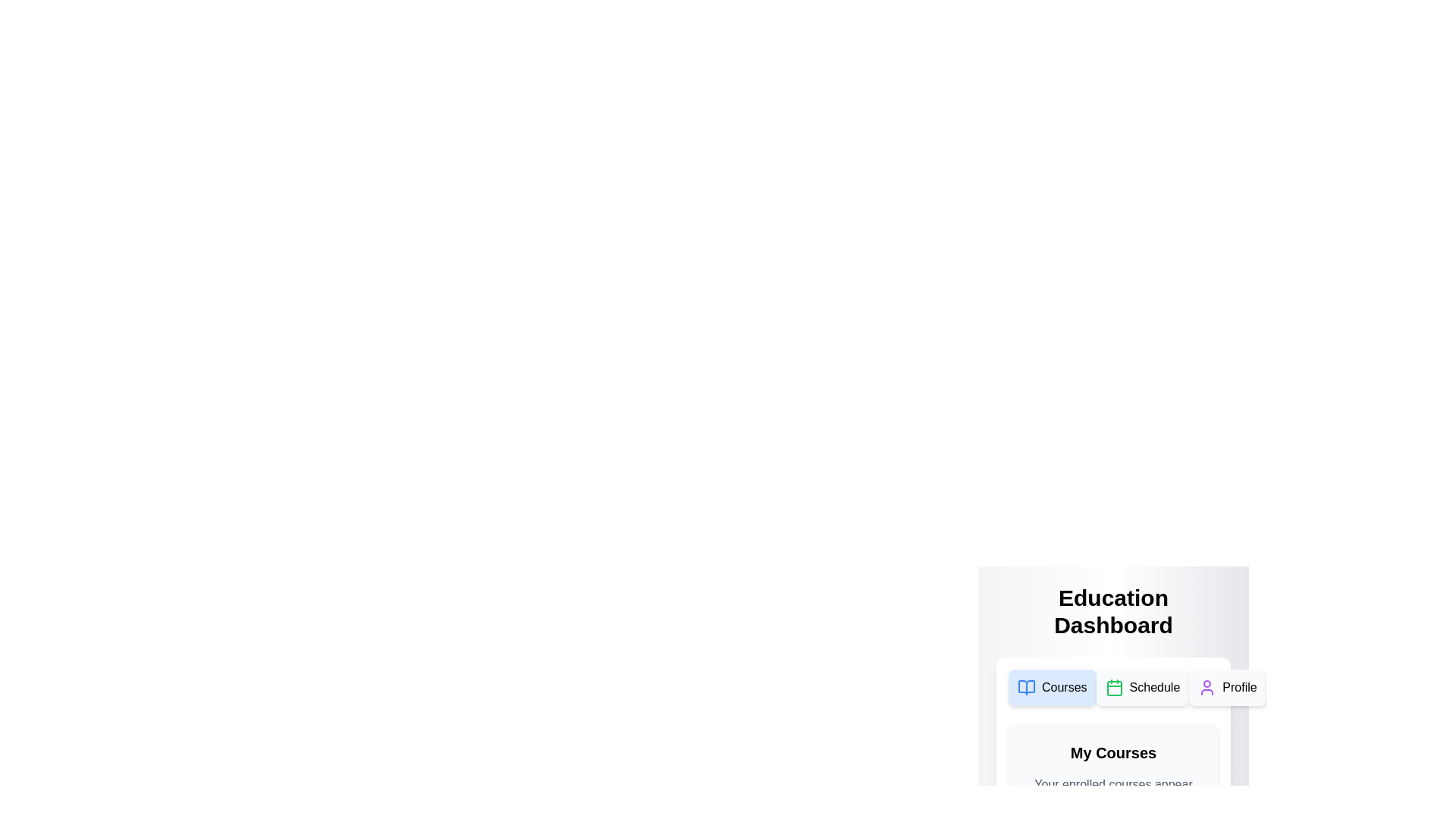  Describe the element at coordinates (1207, 687) in the screenshot. I see `the Profile button icon located at the rightmost position in the top navigation bar to interact with it` at that location.